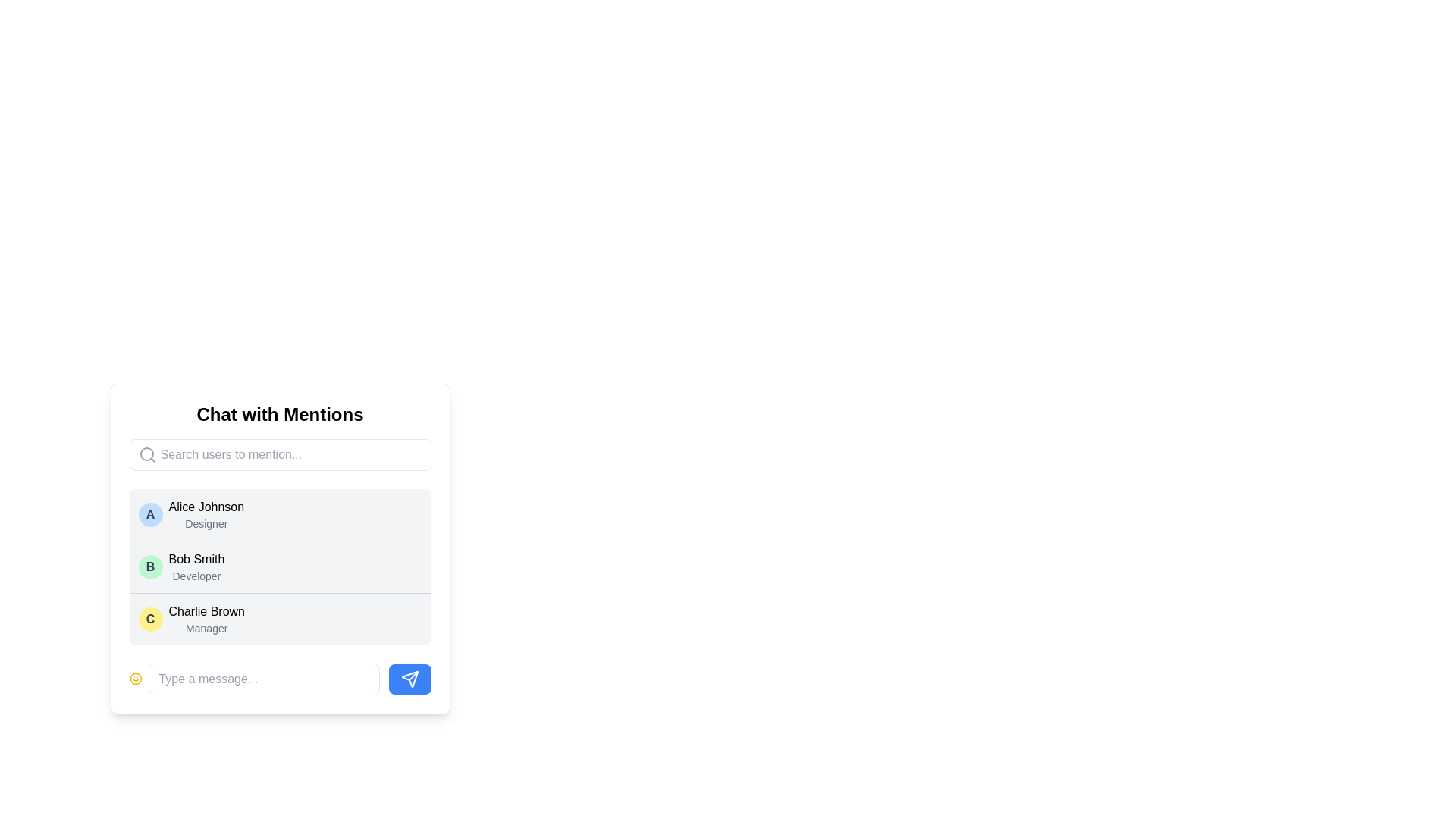  I want to click on the contact list item for 'Bob Smith', the second item in the list under 'Chat with Mentions', so click(280, 567).